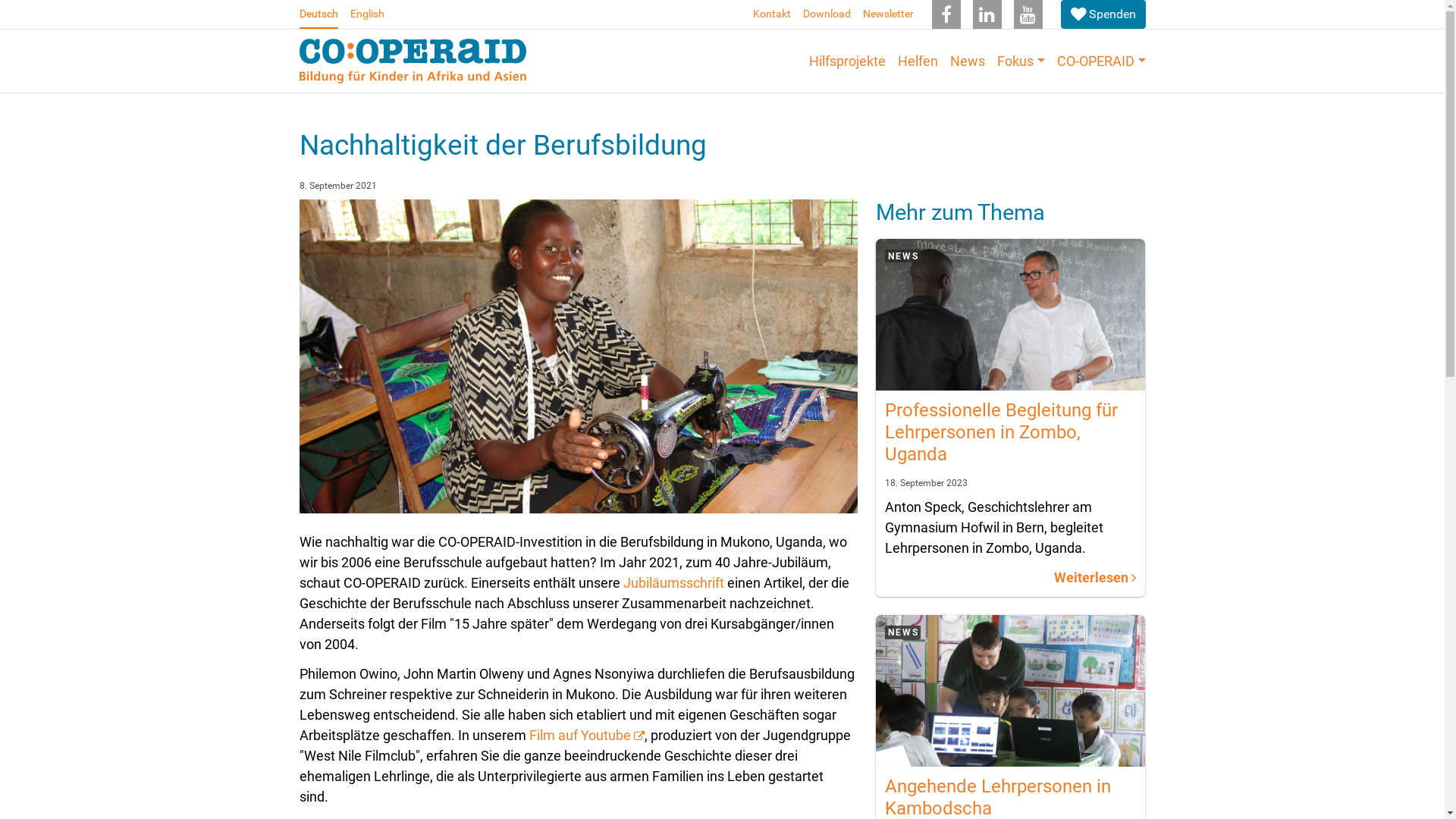 The image size is (1456, 819). I want to click on 'Newsletter', so click(856, 14).